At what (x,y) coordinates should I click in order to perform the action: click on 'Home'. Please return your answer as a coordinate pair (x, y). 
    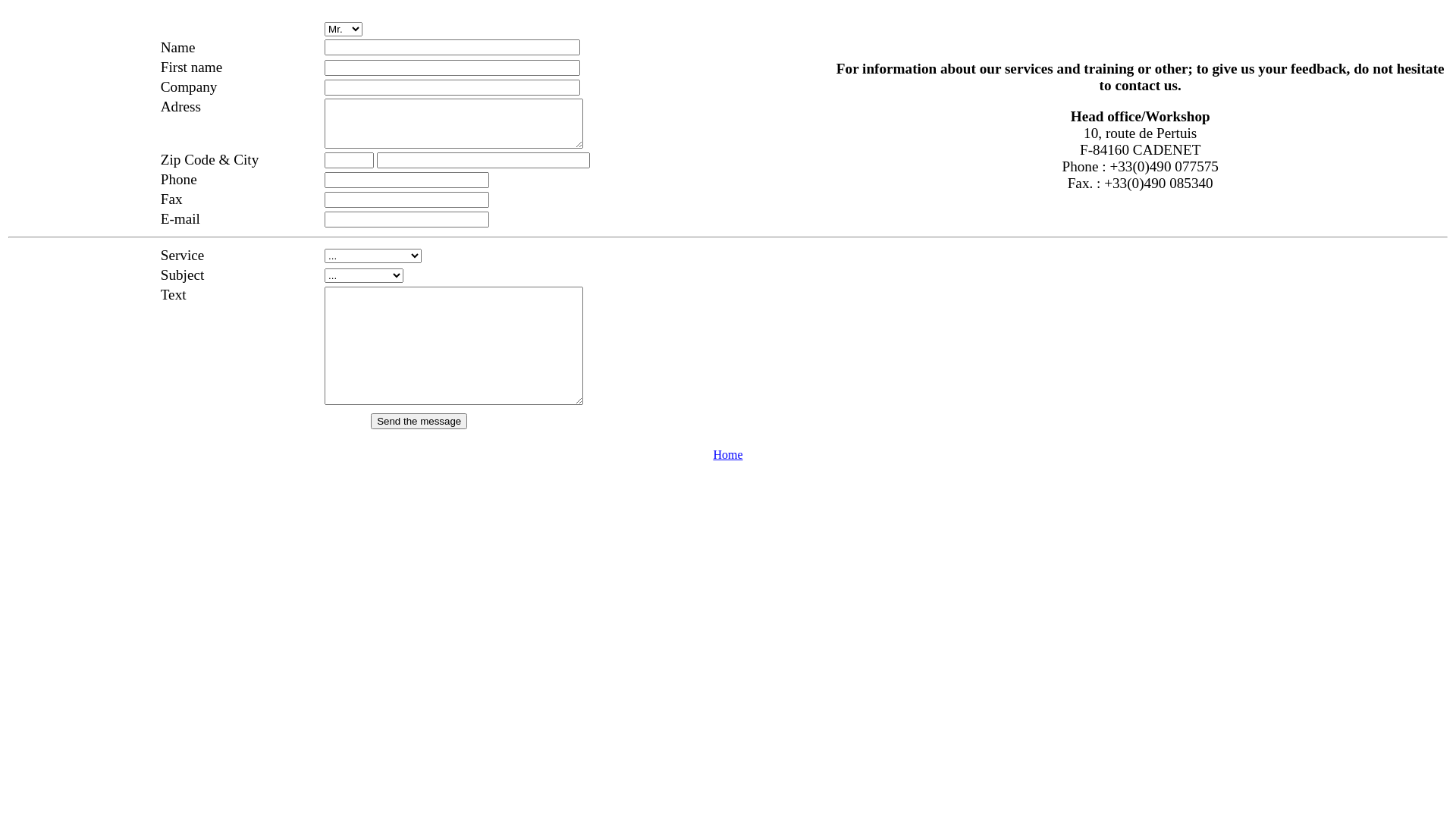
    Looking at the image, I should click on (726, 453).